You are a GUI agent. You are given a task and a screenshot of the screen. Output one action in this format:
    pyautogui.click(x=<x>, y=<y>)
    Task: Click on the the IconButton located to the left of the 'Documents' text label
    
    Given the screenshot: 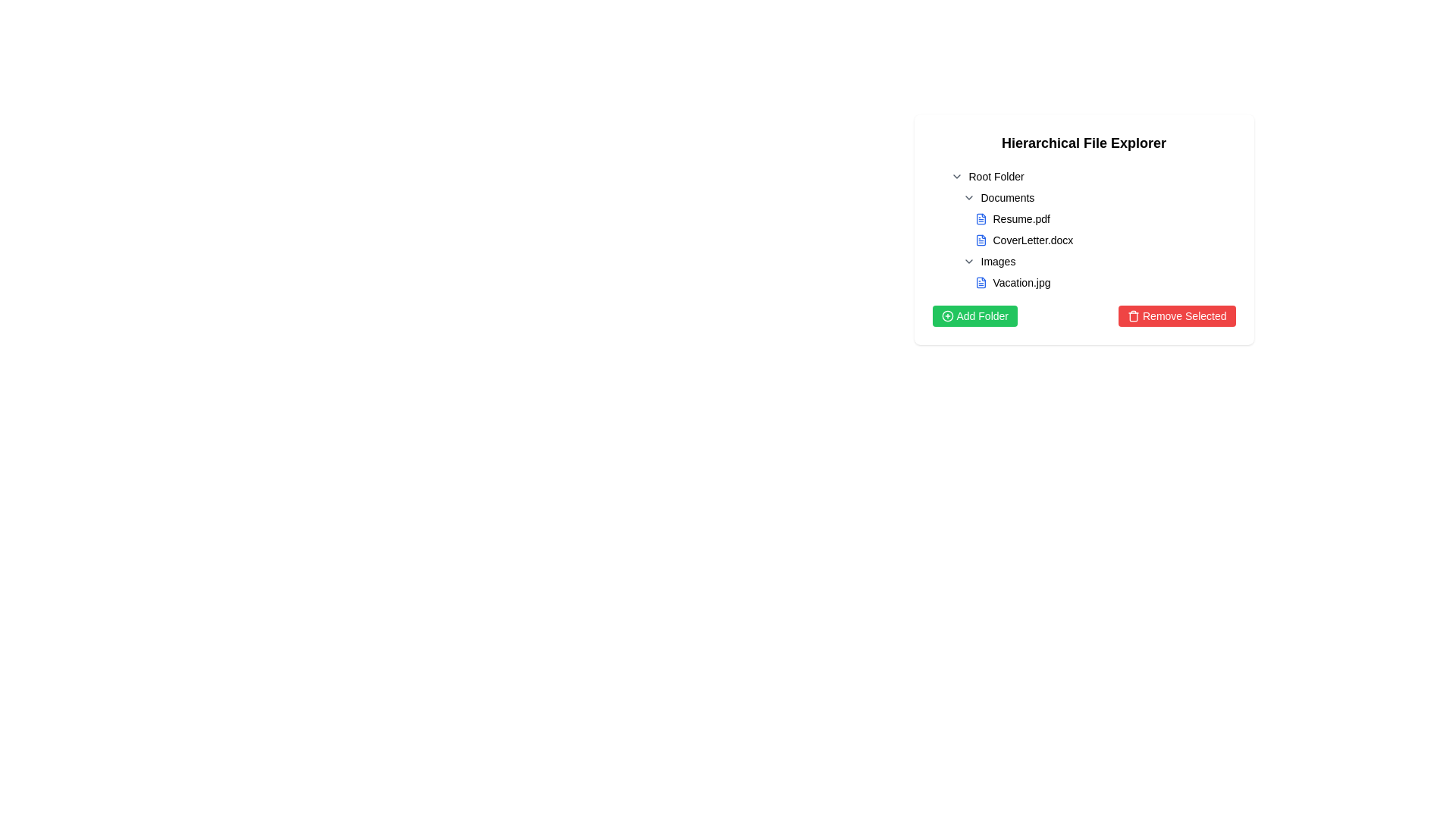 What is the action you would take?
    pyautogui.click(x=968, y=197)
    